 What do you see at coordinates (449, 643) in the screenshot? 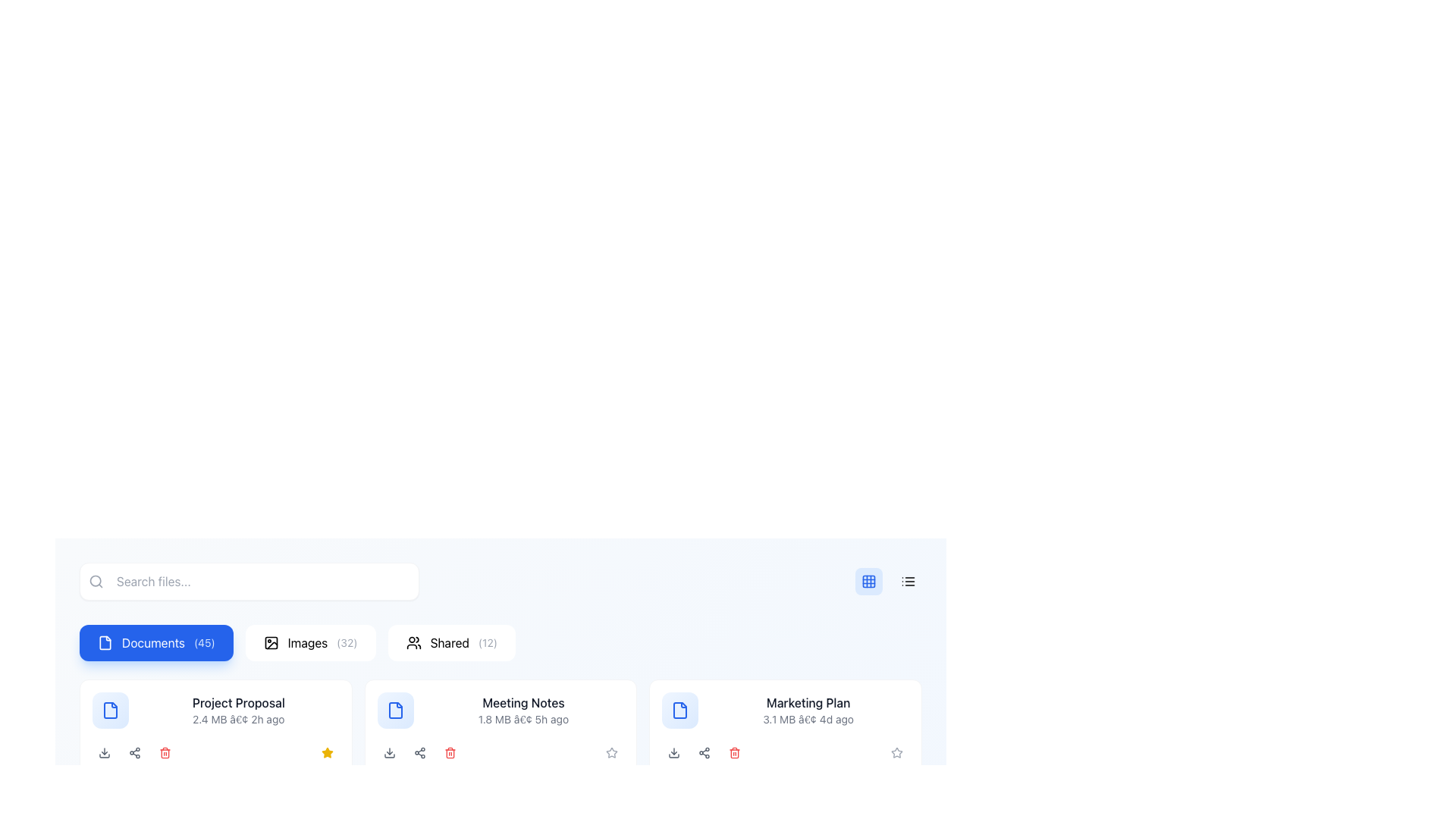
I see `the text element displaying 'Shared' within the navigation bar` at bounding box center [449, 643].